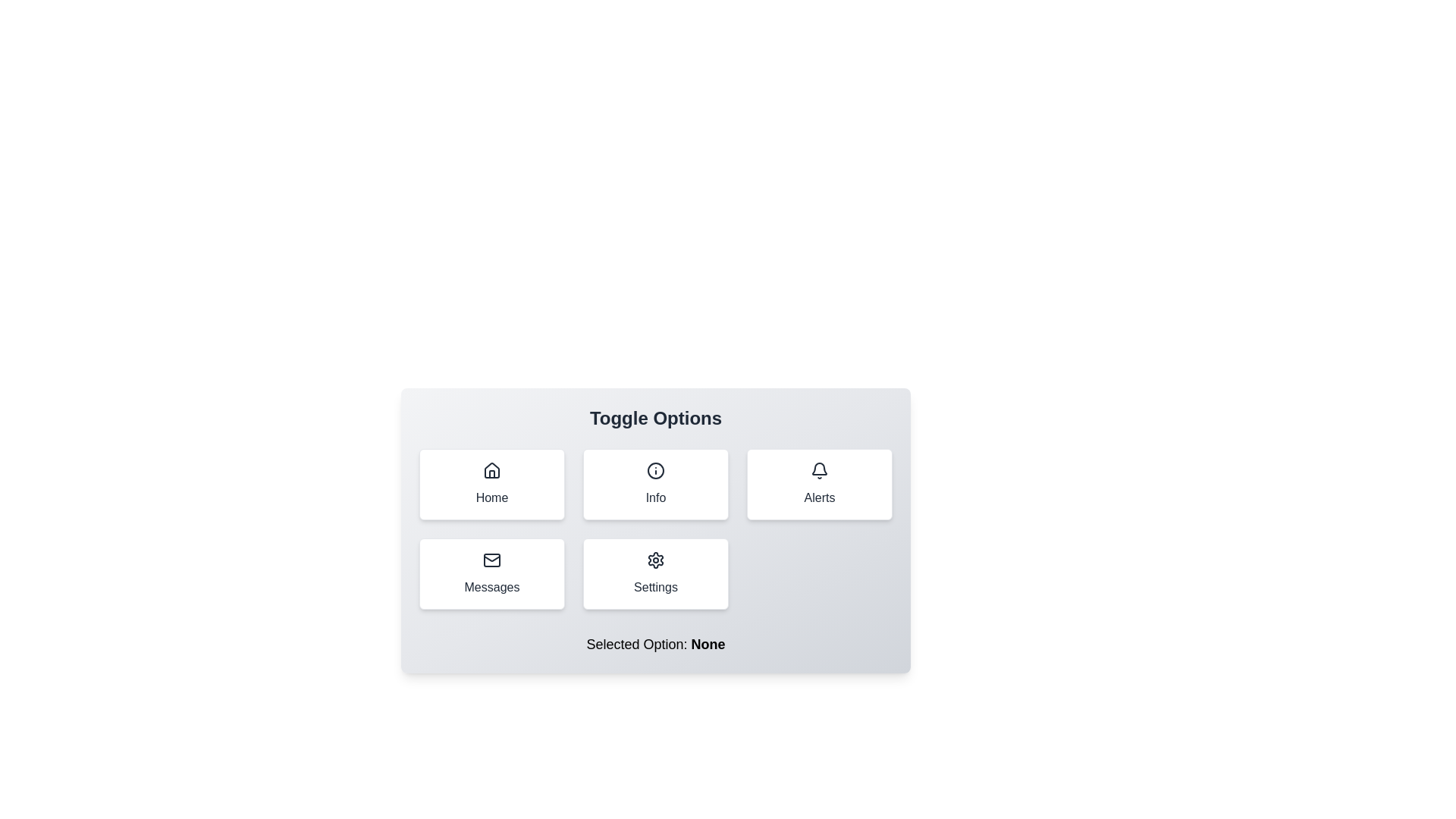  What do you see at coordinates (818, 485) in the screenshot?
I see `the 'Alerts' button located in the third column of the top row` at bounding box center [818, 485].